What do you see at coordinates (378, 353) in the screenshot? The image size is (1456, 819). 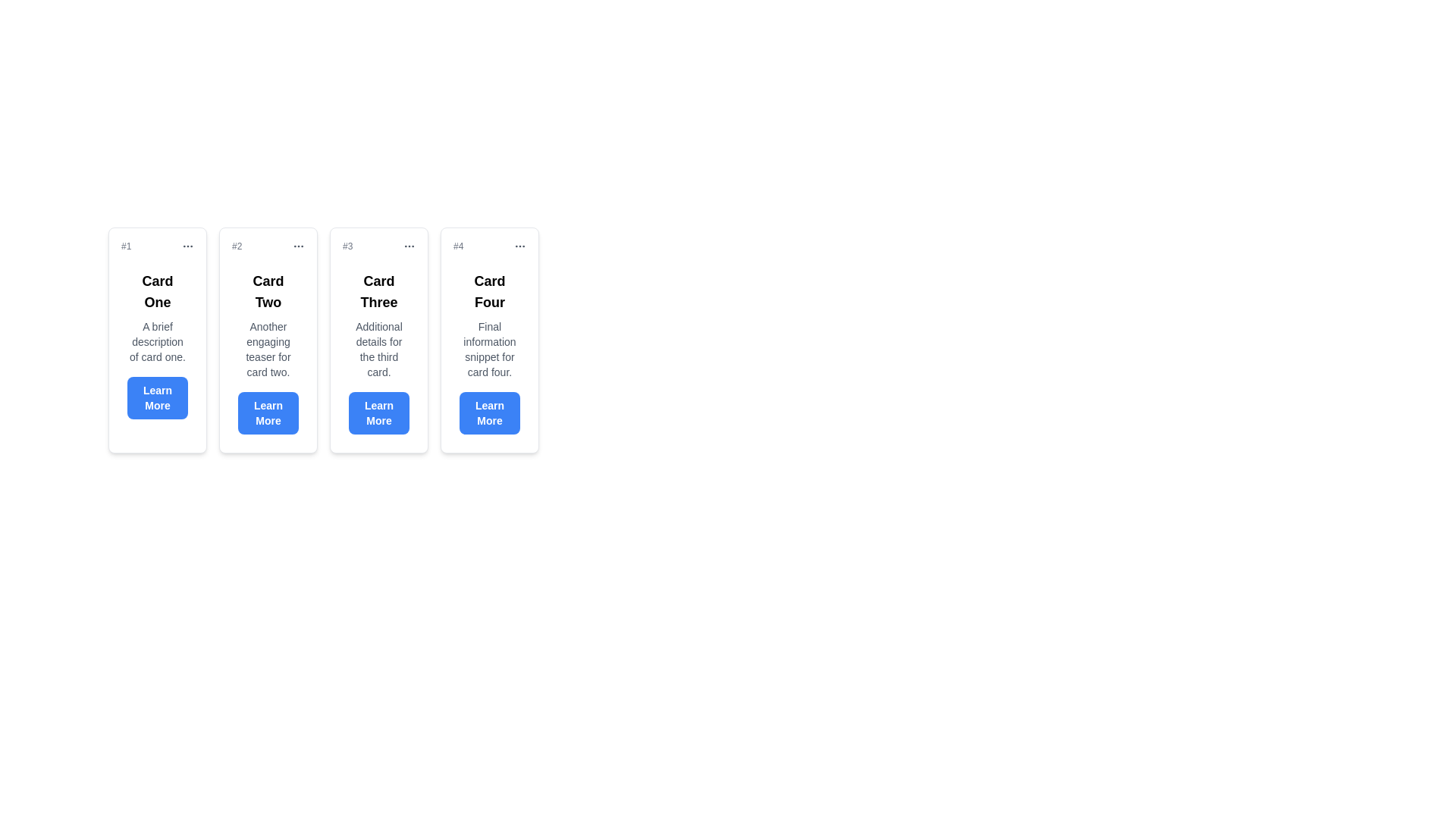 I see `the third card in the horizontal list, which contains a descriptive text and an action button` at bounding box center [378, 353].